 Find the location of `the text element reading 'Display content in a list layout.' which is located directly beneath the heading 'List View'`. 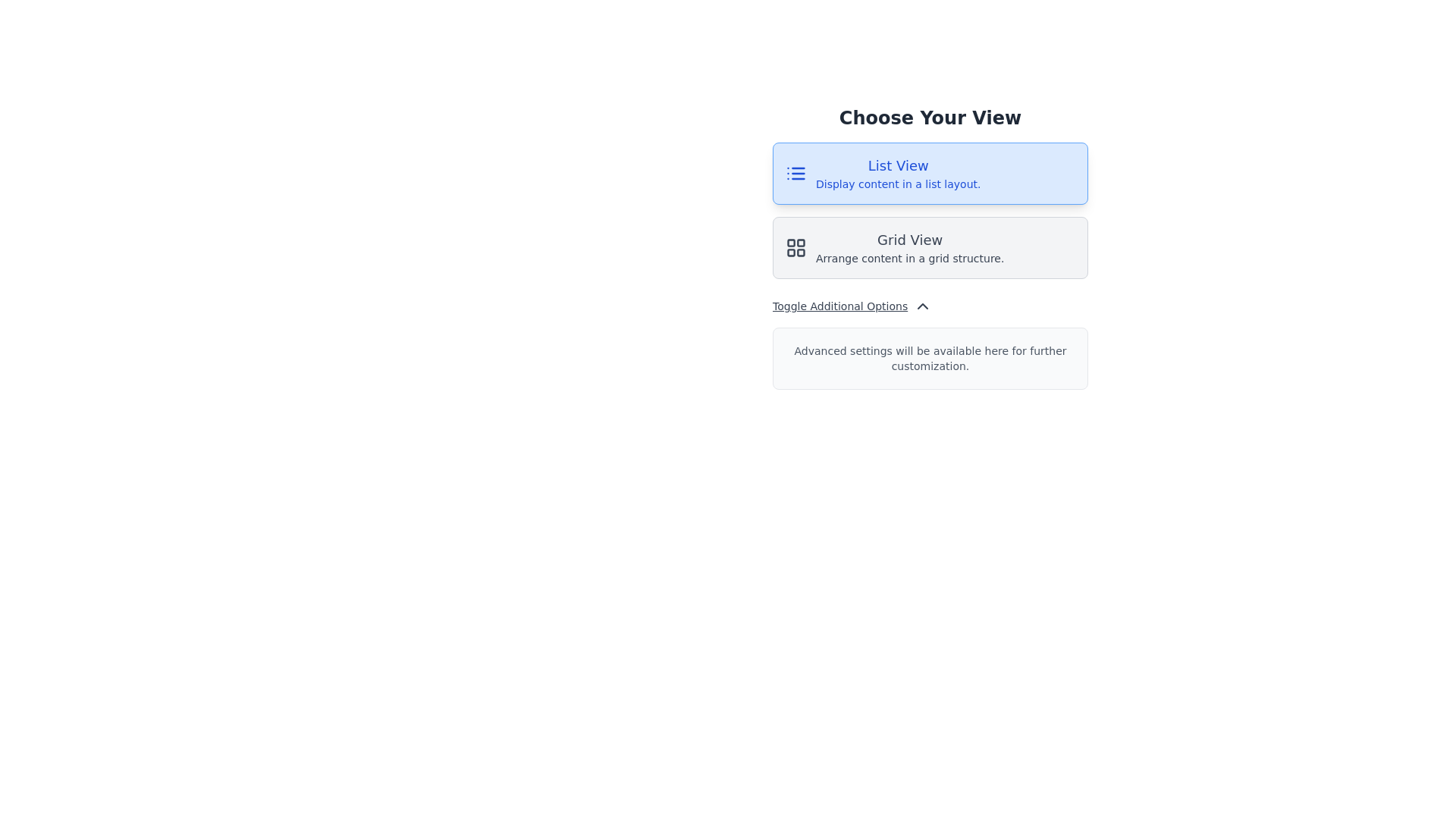

the text element reading 'Display content in a list layout.' which is located directly beneath the heading 'List View' is located at coordinates (898, 184).